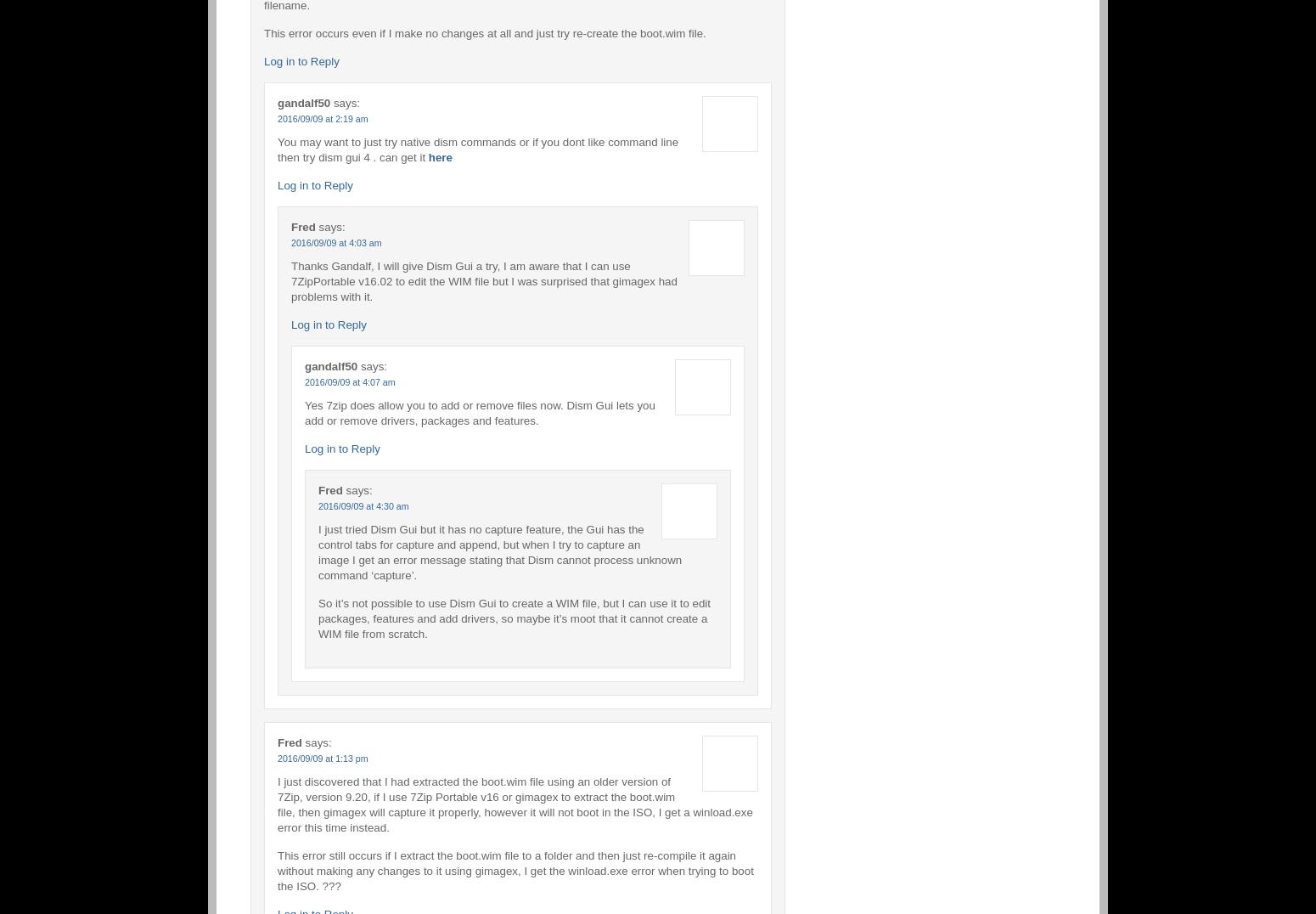  What do you see at coordinates (515, 869) in the screenshot?
I see `'This error still occurs if I extract the boot.wim file to a folder and then just re-compile it again without making any changes to it using gimagex, I get the winload.exe error when trying to boot the ISO. ???'` at bounding box center [515, 869].